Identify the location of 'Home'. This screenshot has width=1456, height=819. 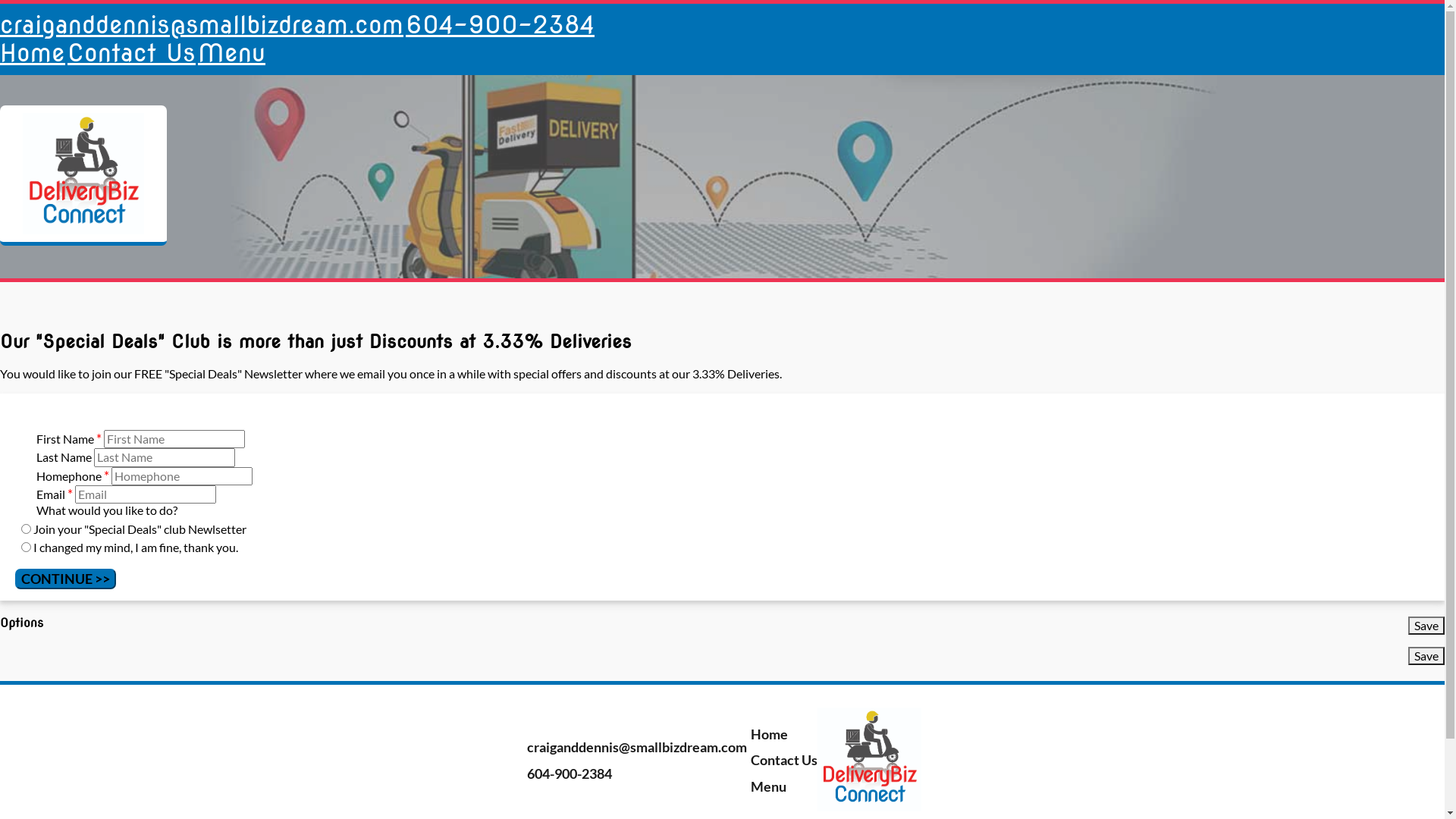
(767, 733).